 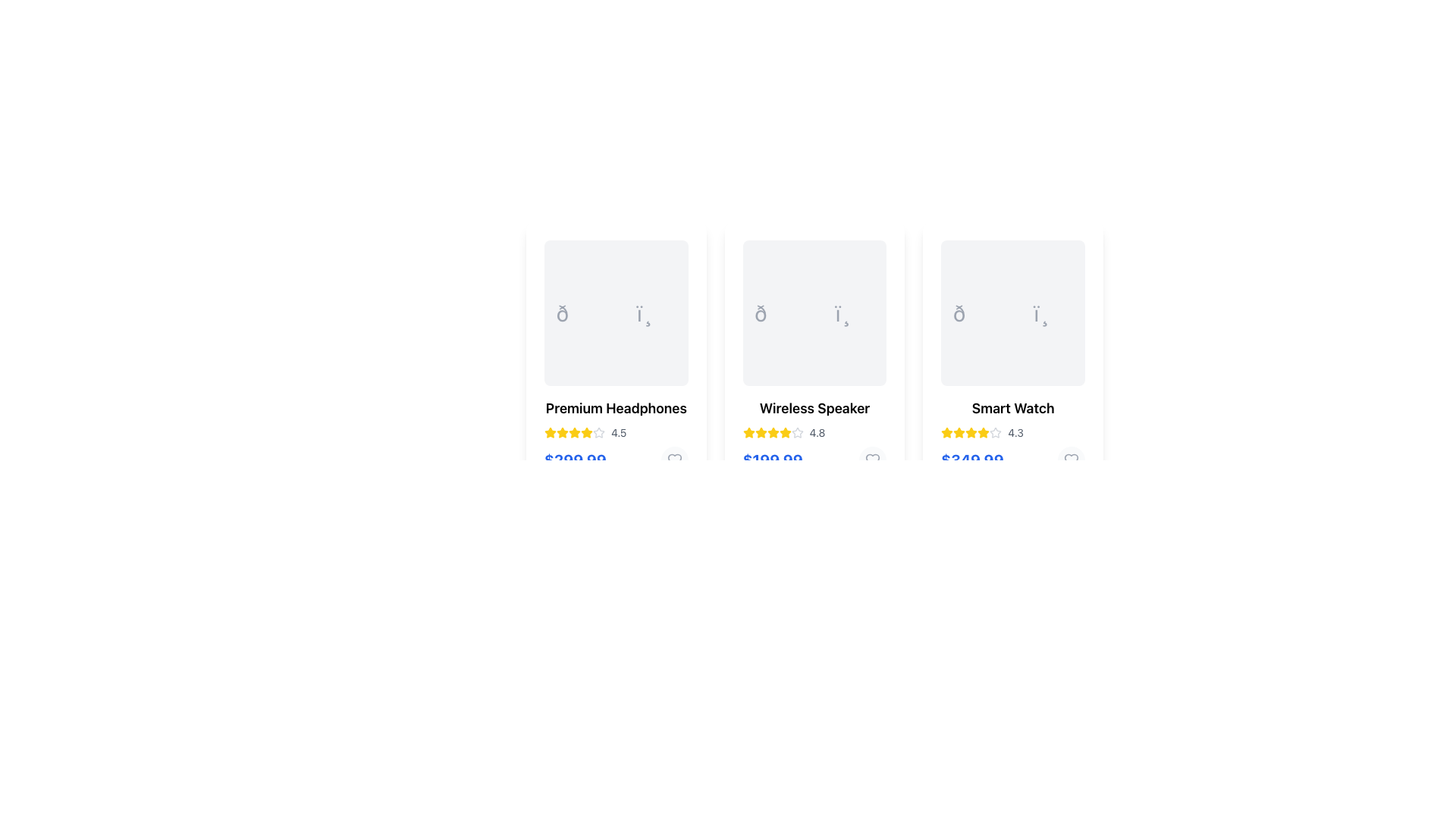 I want to click on the image placeholder for the product representation in the 'Wireless Speaker' product card, located at the upper part of the card, above the title, rating, and price, so click(x=814, y=312).